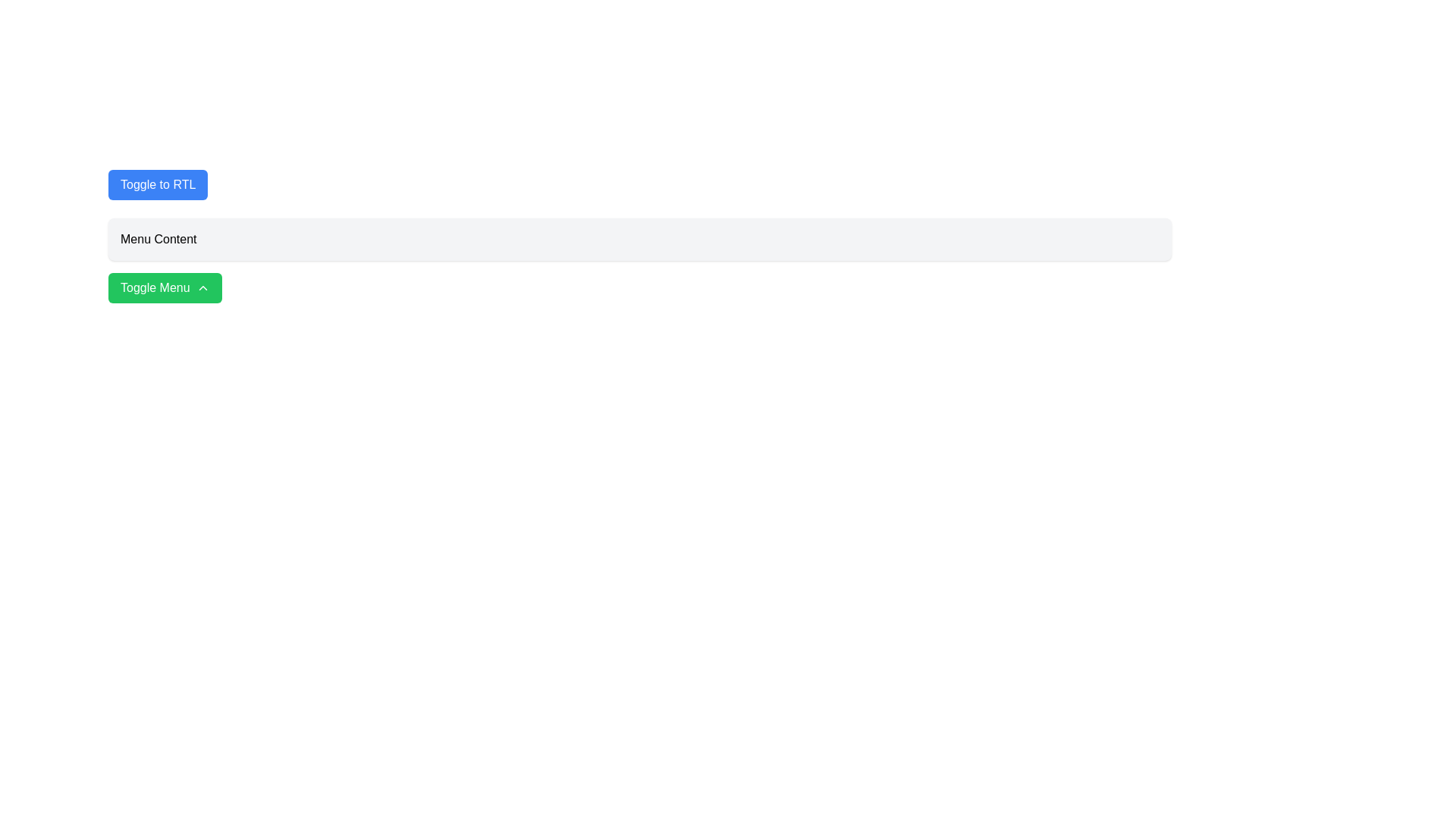 This screenshot has height=819, width=1456. What do you see at coordinates (202, 288) in the screenshot?
I see `the upward action icon located within the green 'Toggle Menu' button` at bounding box center [202, 288].